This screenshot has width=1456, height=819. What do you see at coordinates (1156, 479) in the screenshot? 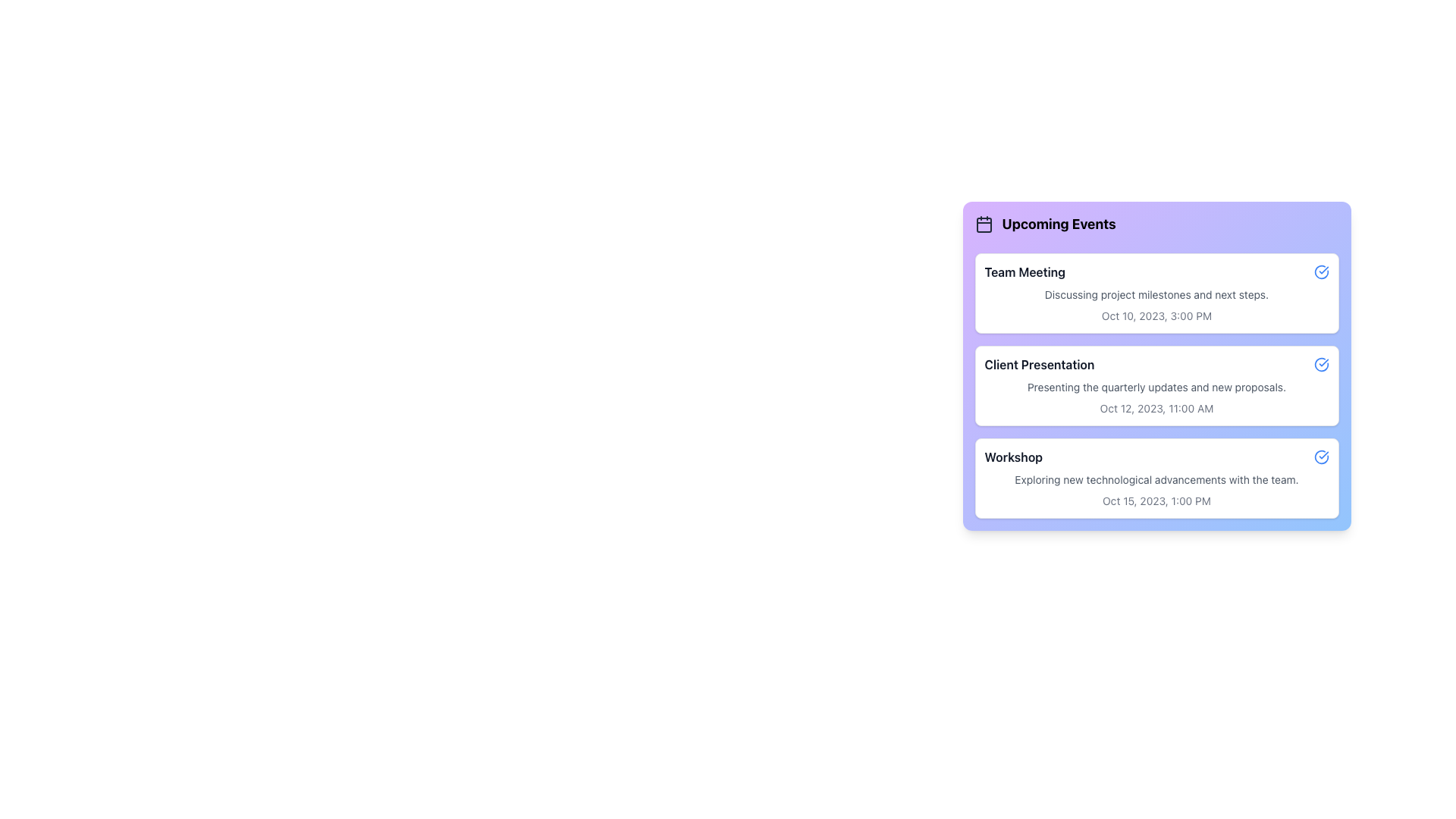
I see `textual content of the third card component labeled 'Workshop' in the 'Upcoming Events' panel, which is the last card in a vertical stack` at bounding box center [1156, 479].